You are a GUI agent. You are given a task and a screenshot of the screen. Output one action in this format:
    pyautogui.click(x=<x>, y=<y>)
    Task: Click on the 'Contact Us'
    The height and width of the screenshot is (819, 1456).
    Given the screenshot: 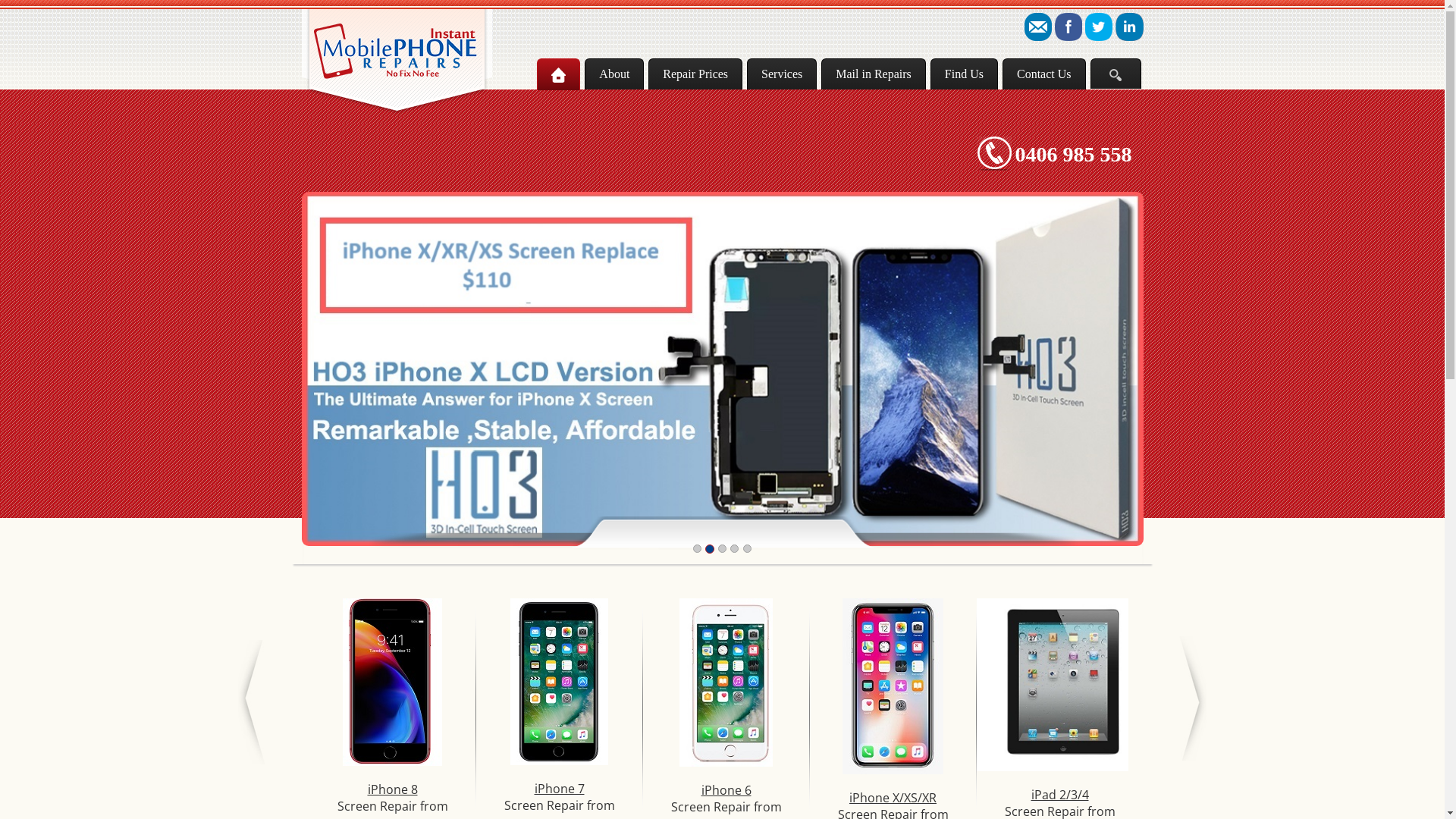 What is the action you would take?
    pyautogui.click(x=1043, y=74)
    